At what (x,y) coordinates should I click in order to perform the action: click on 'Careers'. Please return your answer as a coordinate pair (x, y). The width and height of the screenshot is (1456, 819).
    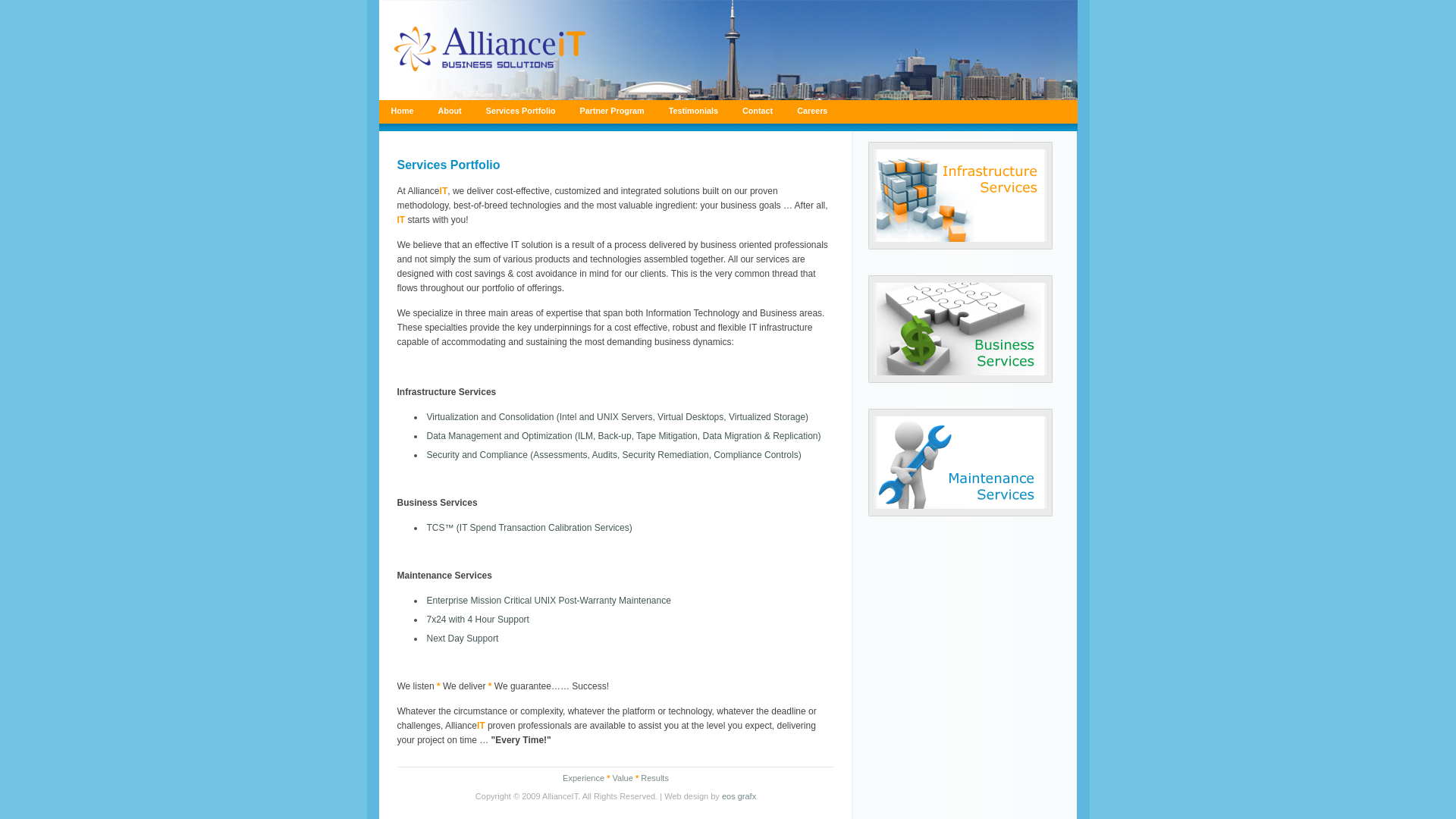
    Looking at the image, I should click on (811, 110).